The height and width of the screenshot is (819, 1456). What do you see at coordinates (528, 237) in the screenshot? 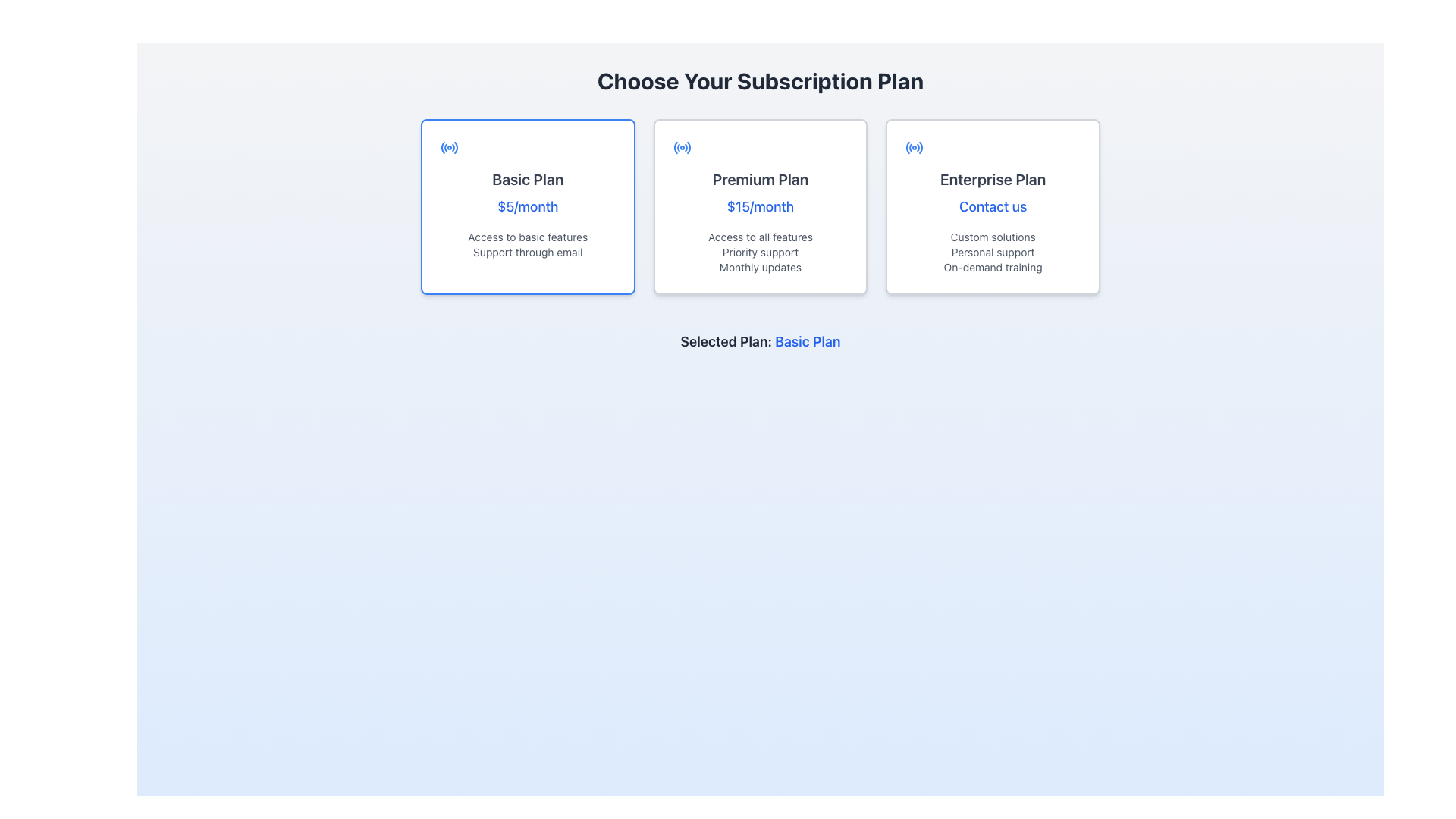
I see `the text element styled in a small, gray font that reads 'Access to basic features', which is located within the 'Basic Plan' card, directly below the '$5/month' text` at bounding box center [528, 237].